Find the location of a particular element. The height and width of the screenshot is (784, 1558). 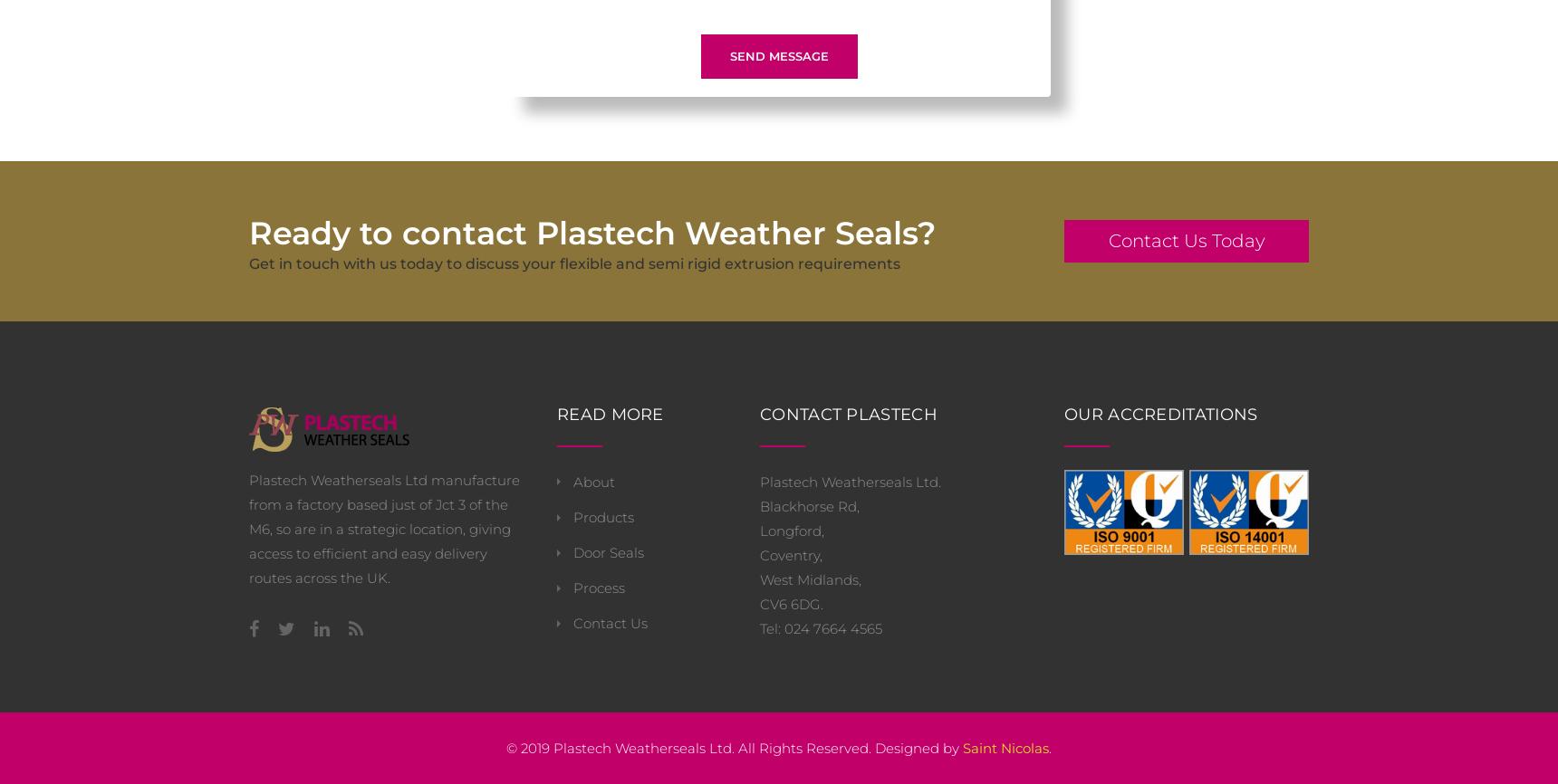

'Contact Plastech' is located at coordinates (848, 415).